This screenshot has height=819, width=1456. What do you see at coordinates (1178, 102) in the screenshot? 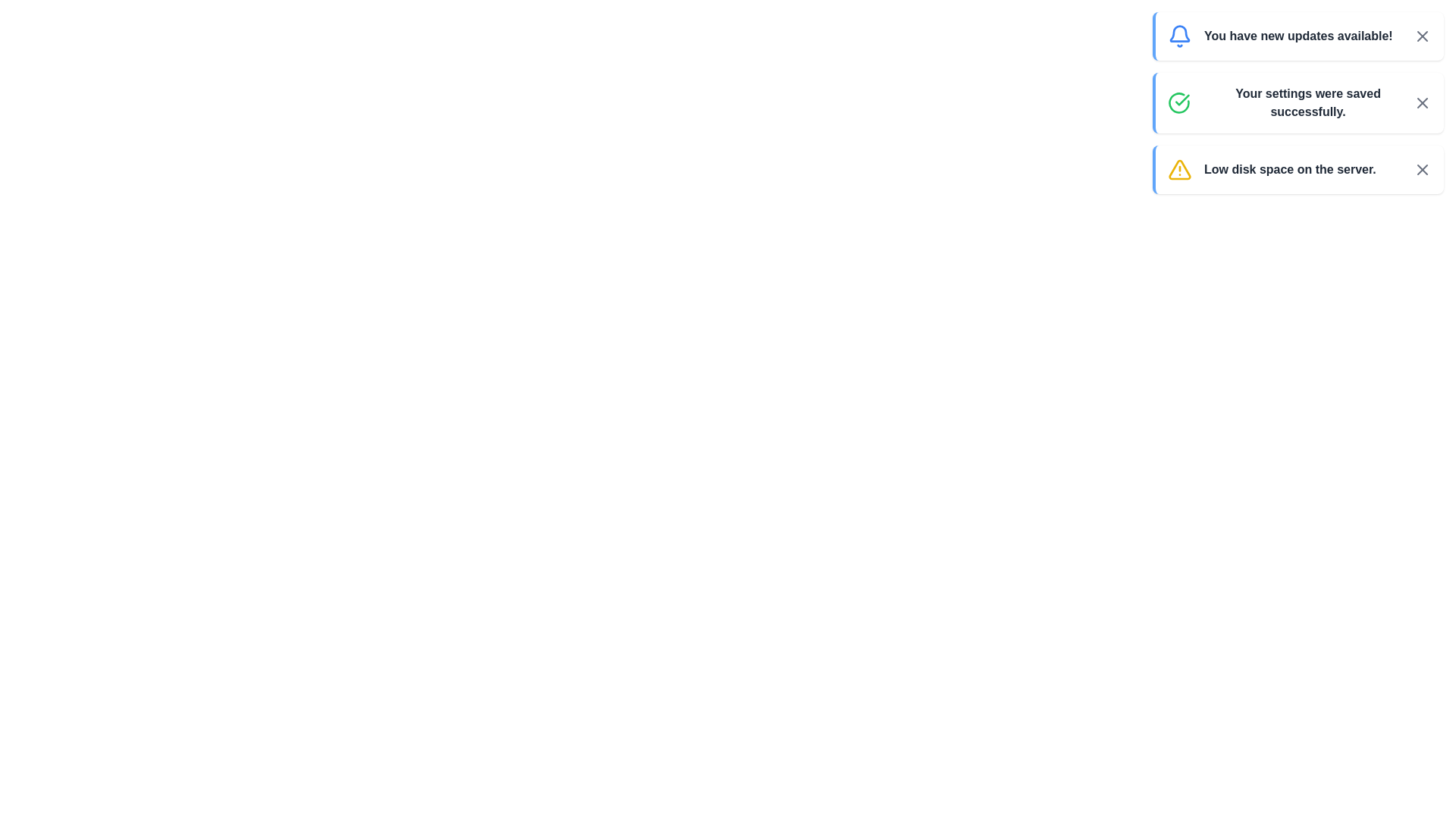
I see `the icon representing the message type: success` at bounding box center [1178, 102].